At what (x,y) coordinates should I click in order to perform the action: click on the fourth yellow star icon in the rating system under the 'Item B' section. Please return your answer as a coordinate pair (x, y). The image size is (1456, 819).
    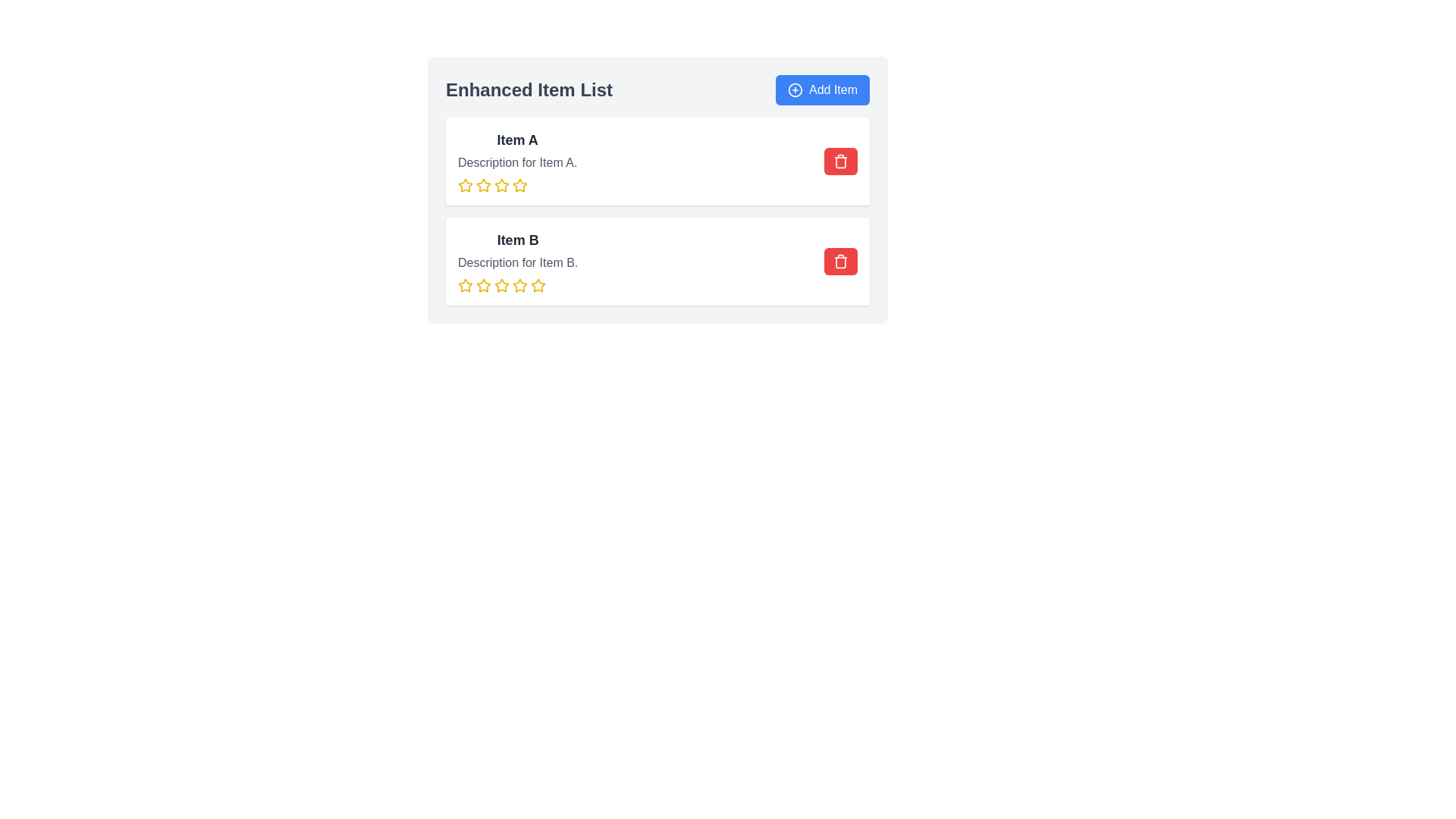
    Looking at the image, I should click on (520, 285).